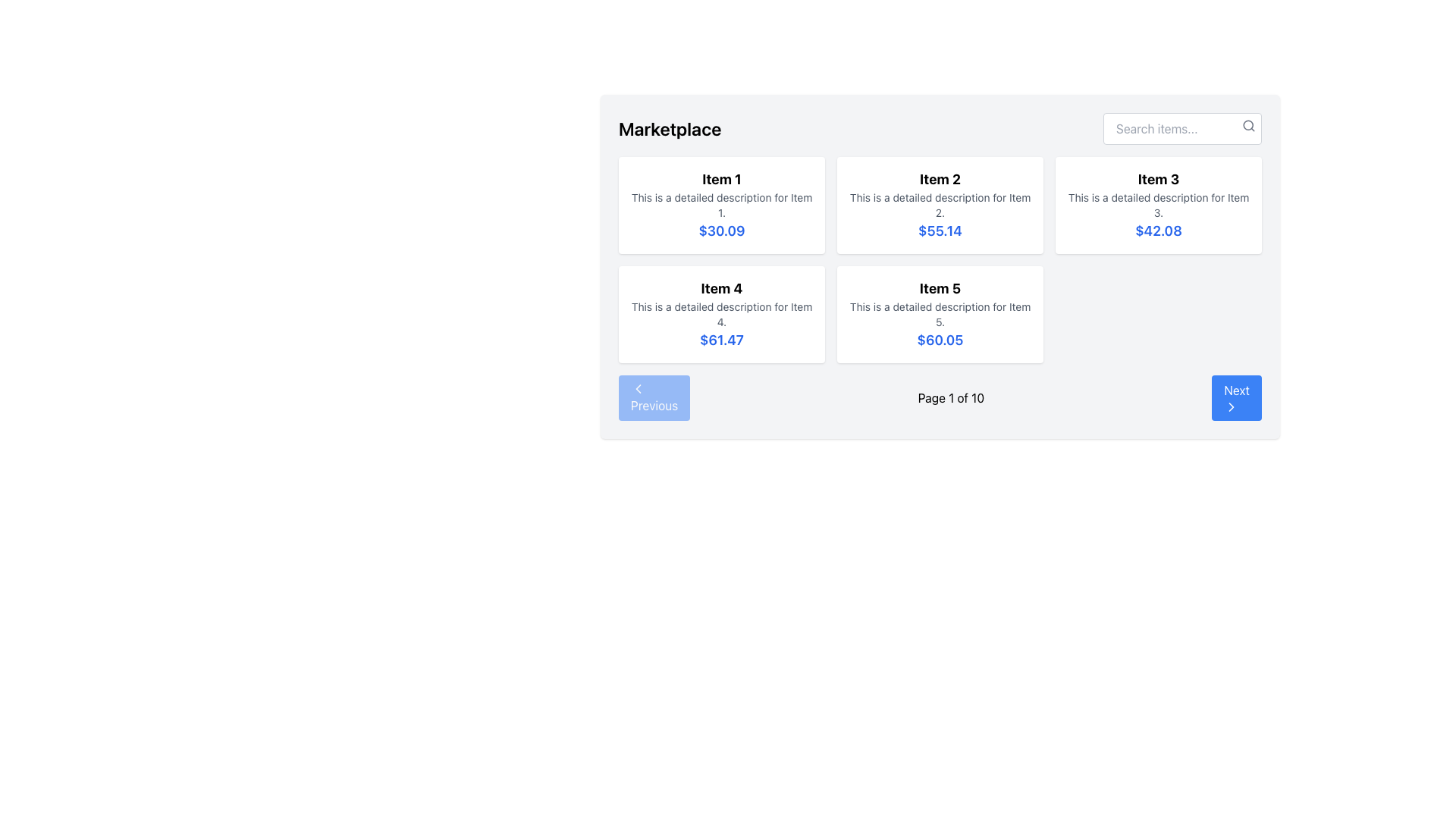  I want to click on the 'Next' button, which has a blue background and white text, so click(1237, 397).